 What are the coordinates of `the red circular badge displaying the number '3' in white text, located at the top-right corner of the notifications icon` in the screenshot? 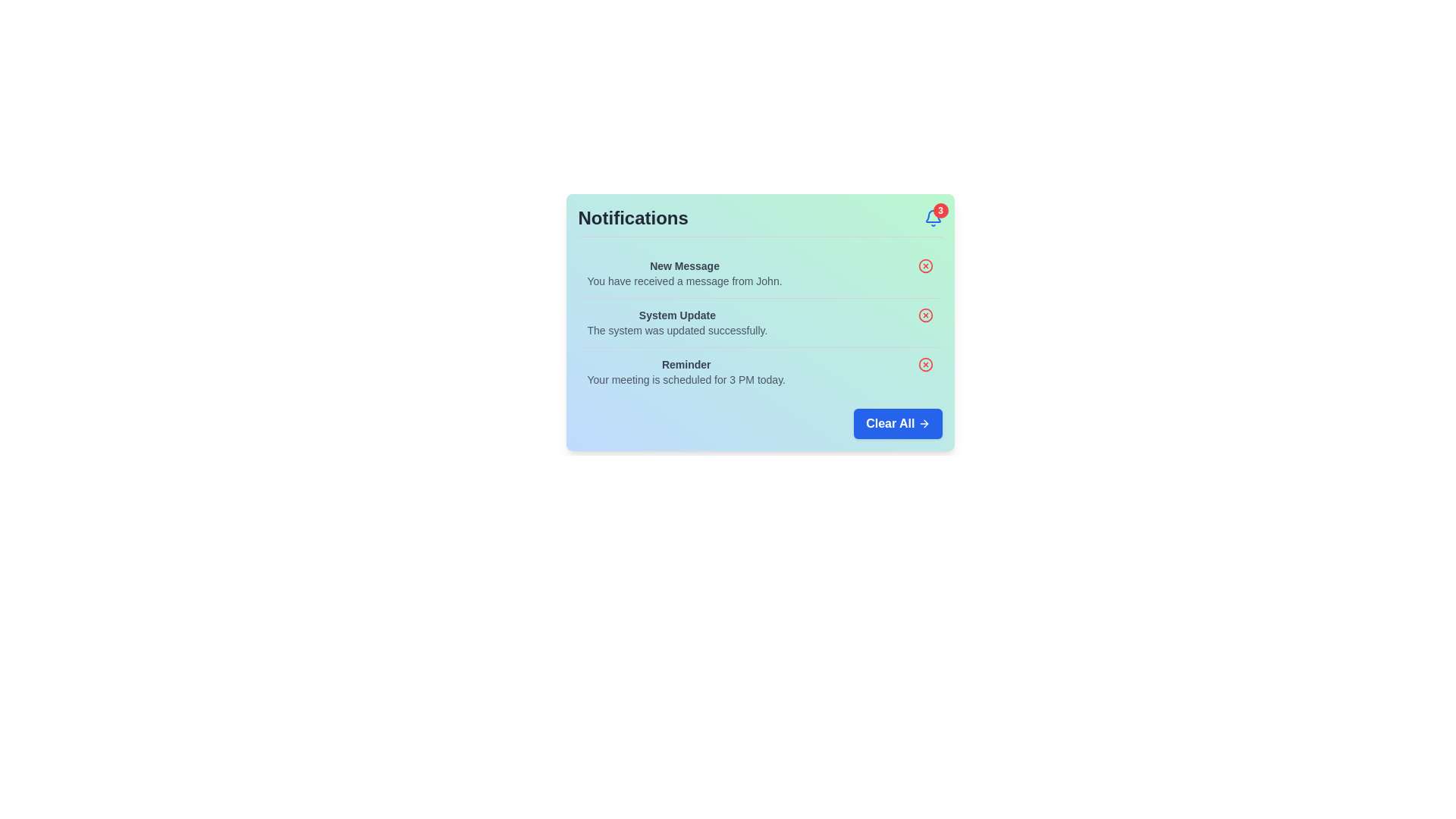 It's located at (940, 210).